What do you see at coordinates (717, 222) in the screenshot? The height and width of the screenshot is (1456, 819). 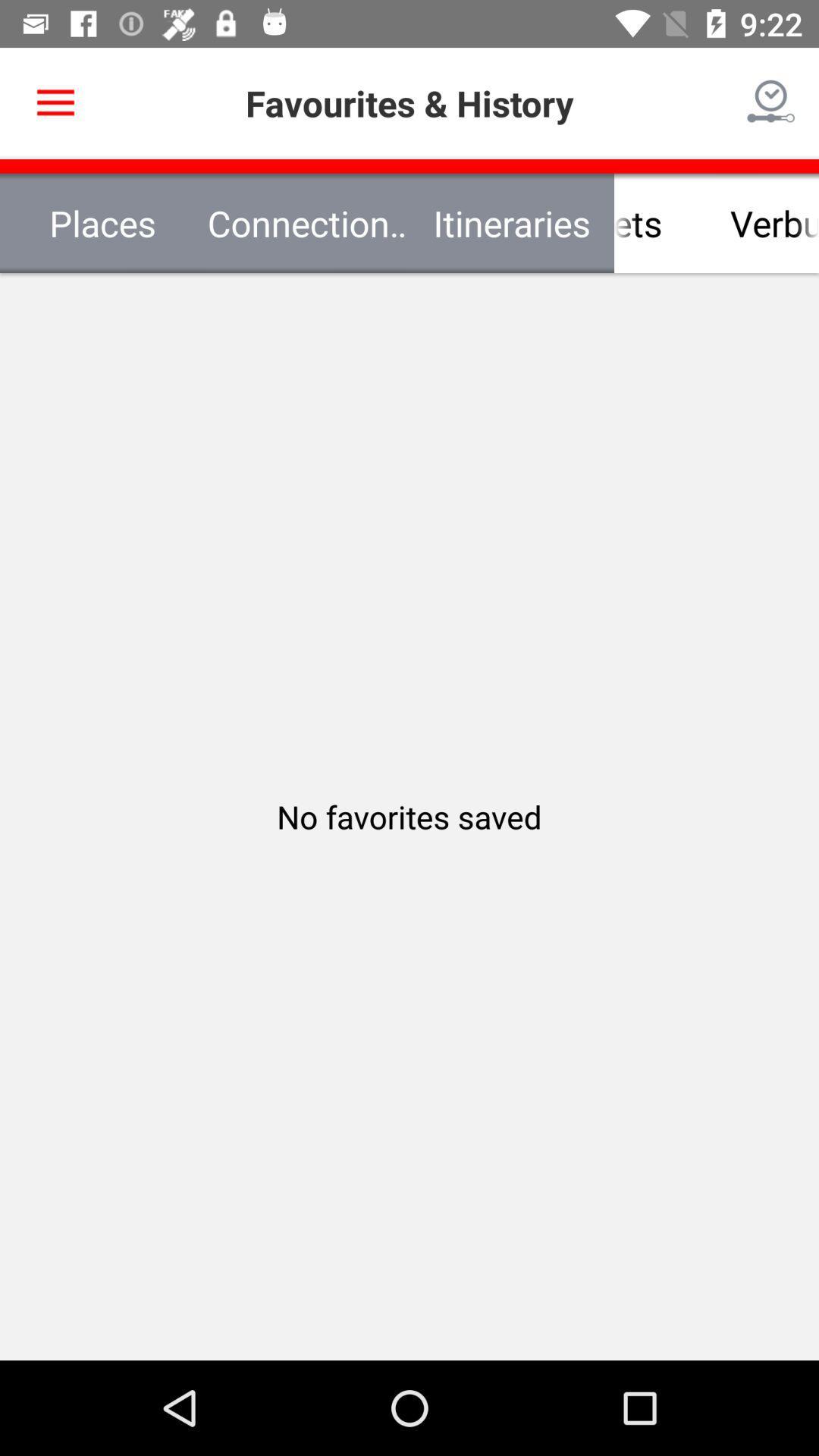 I see `item next to connection requests icon` at bounding box center [717, 222].